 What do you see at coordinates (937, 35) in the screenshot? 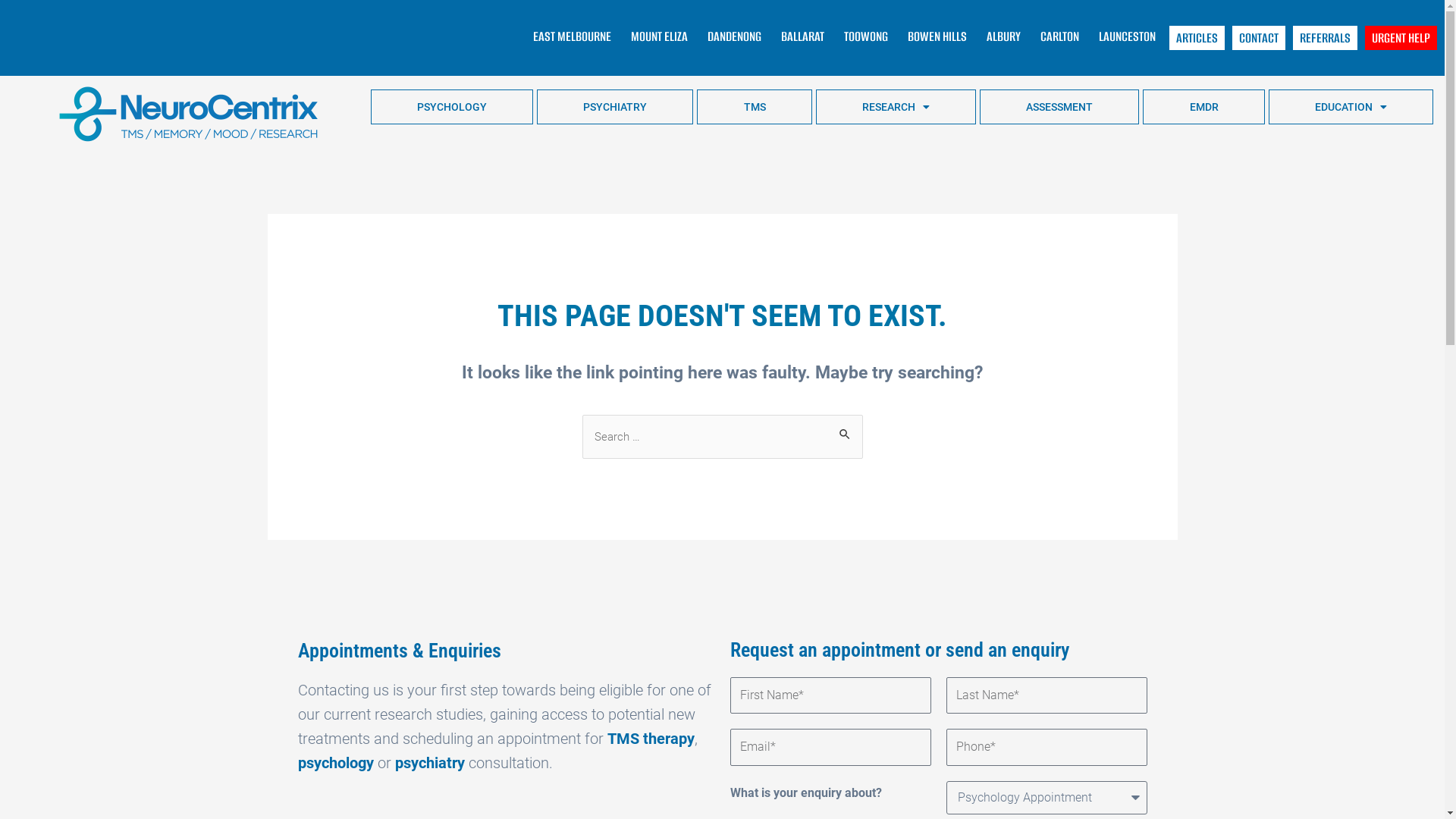
I see `'BOWEN HILLS'` at bounding box center [937, 35].